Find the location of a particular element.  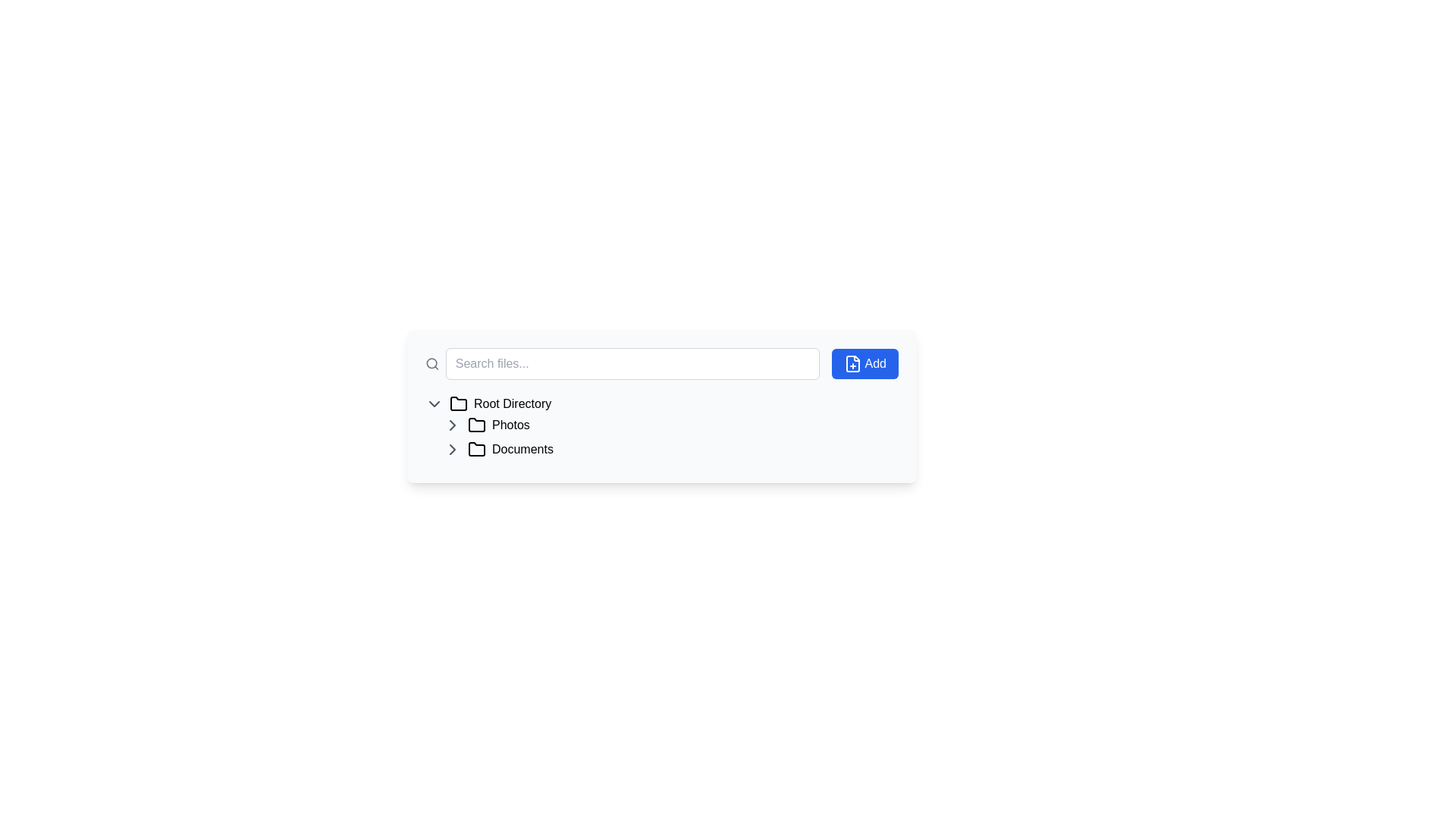

the chevron icon that expands or collapses the 'Documents' section, which is the leftmost component in the horizontal group containing a folder icon and the text label 'Documents' is located at coordinates (451, 449).